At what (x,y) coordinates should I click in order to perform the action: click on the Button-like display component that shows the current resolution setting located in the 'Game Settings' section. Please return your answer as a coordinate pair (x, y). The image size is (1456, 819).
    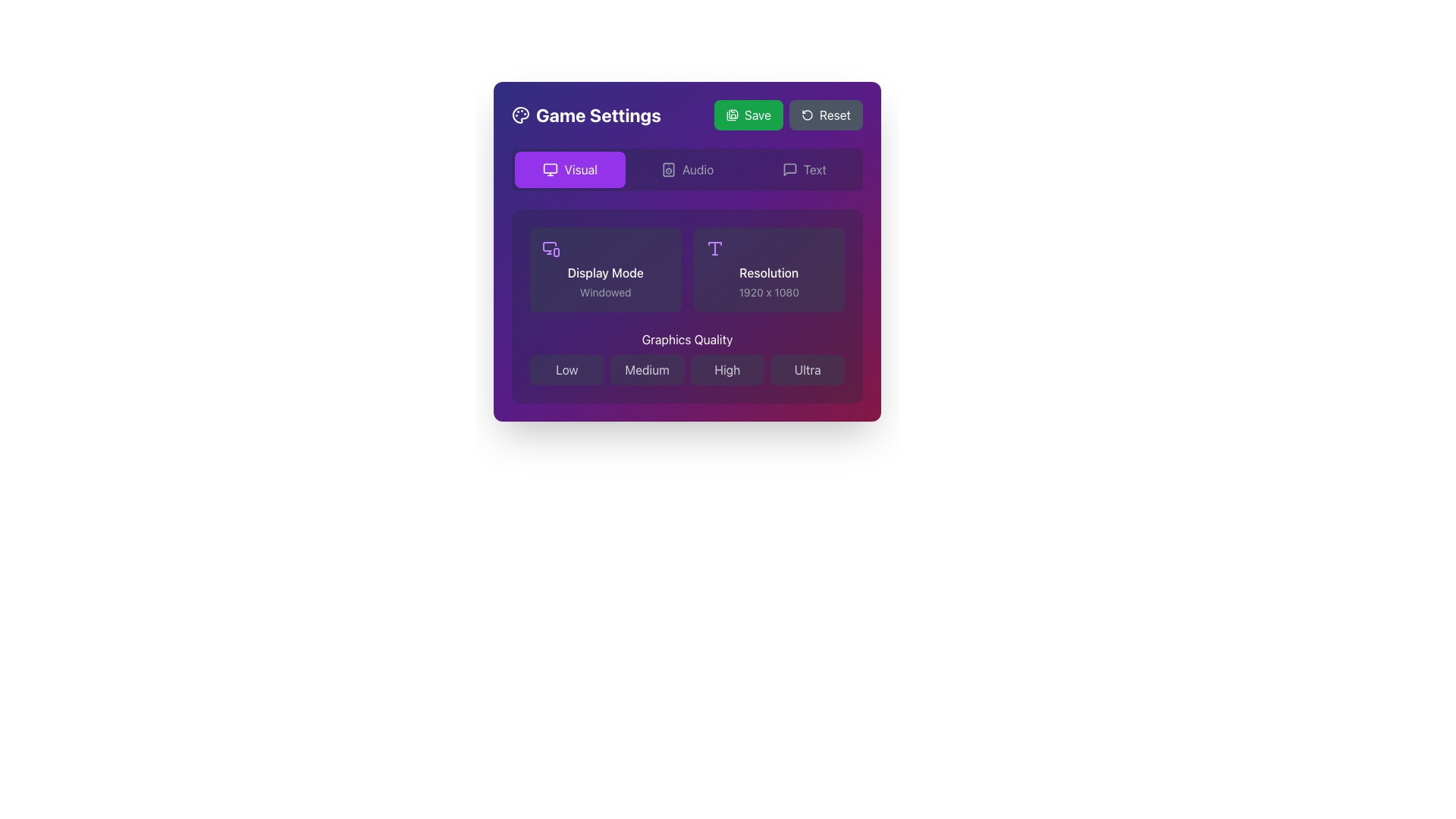
    Looking at the image, I should click on (769, 268).